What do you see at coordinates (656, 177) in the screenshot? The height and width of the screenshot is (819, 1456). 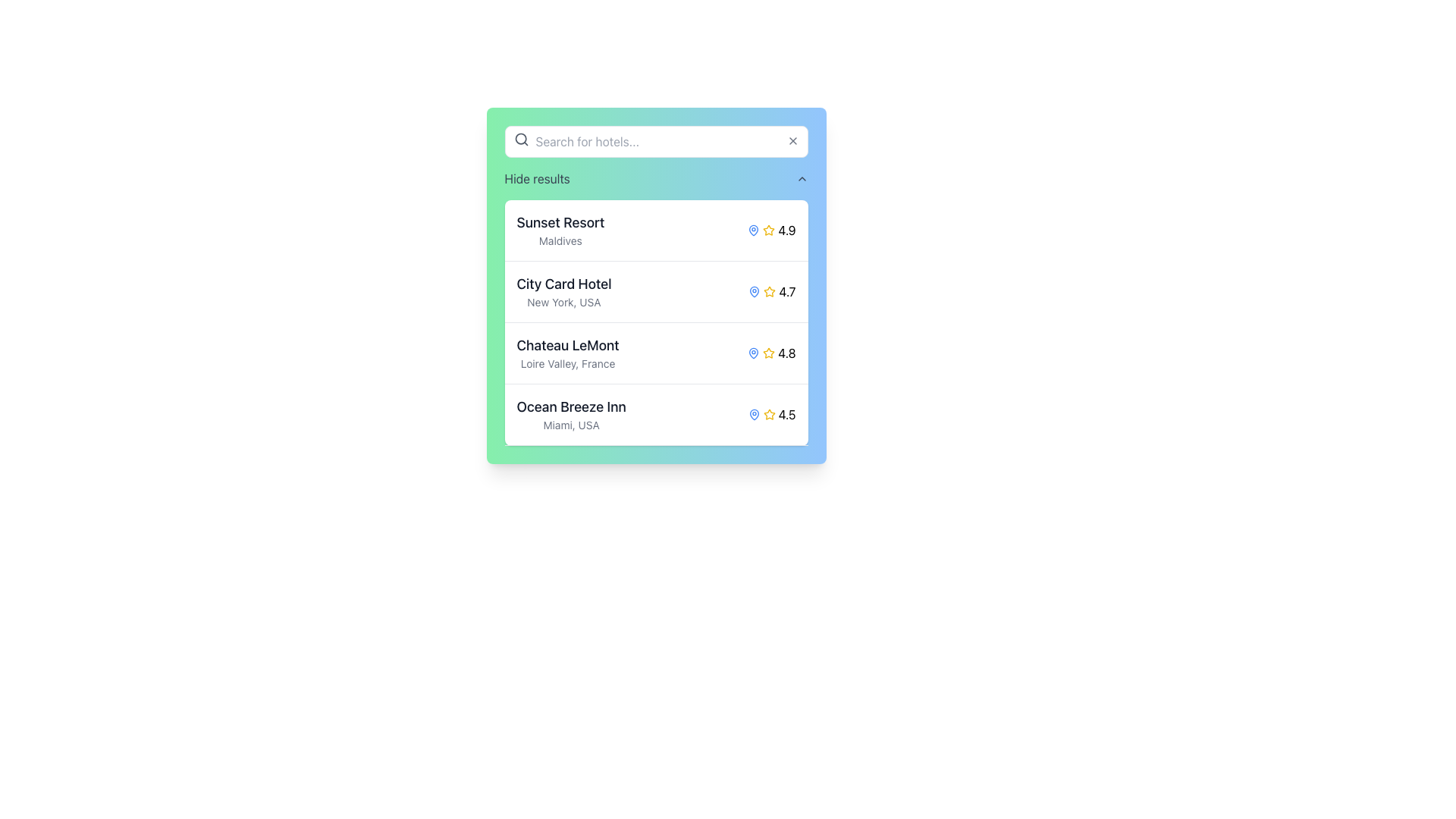 I see `the 'Hide results' button` at bounding box center [656, 177].